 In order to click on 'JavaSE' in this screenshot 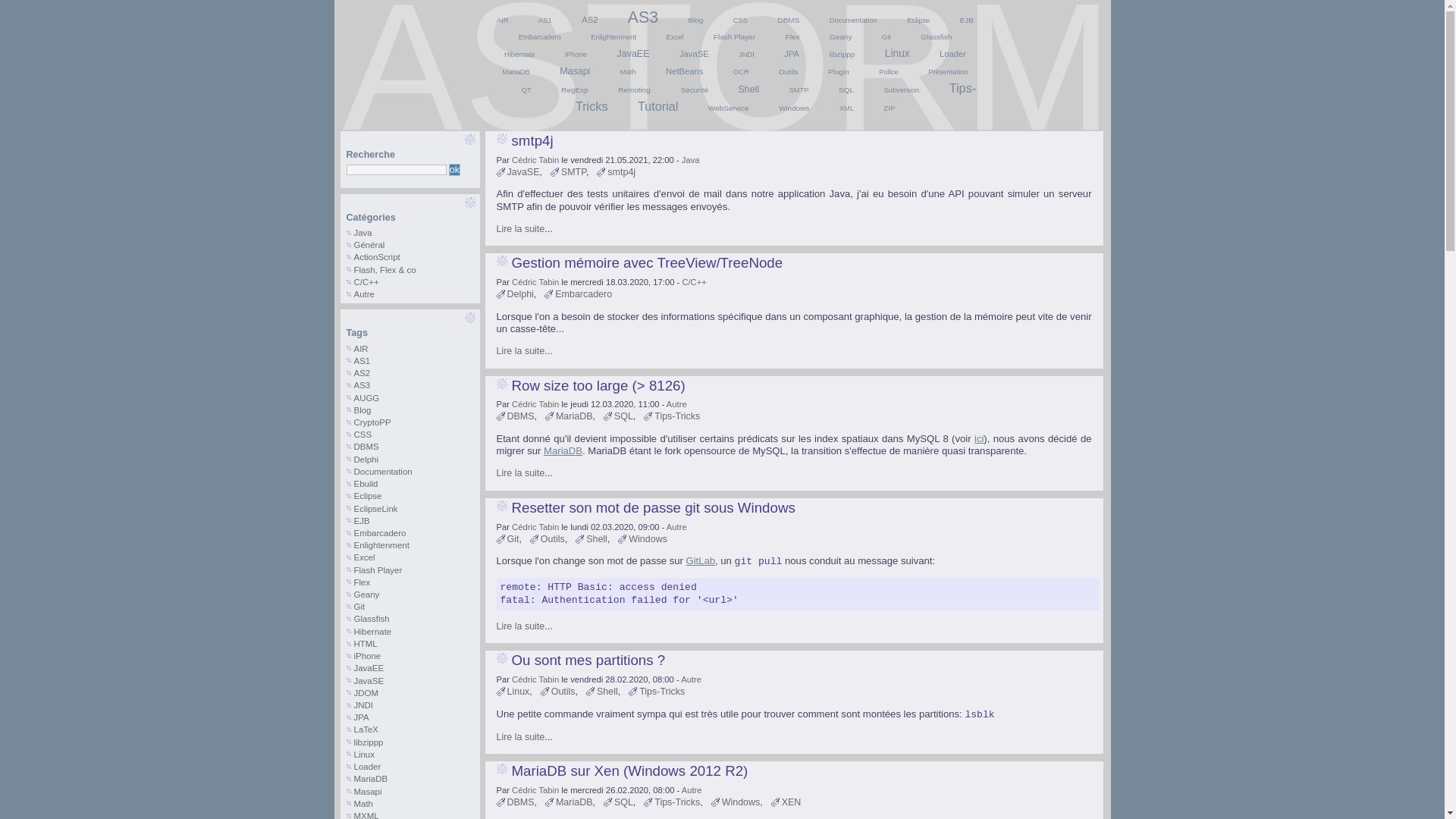, I will do `click(522, 171)`.